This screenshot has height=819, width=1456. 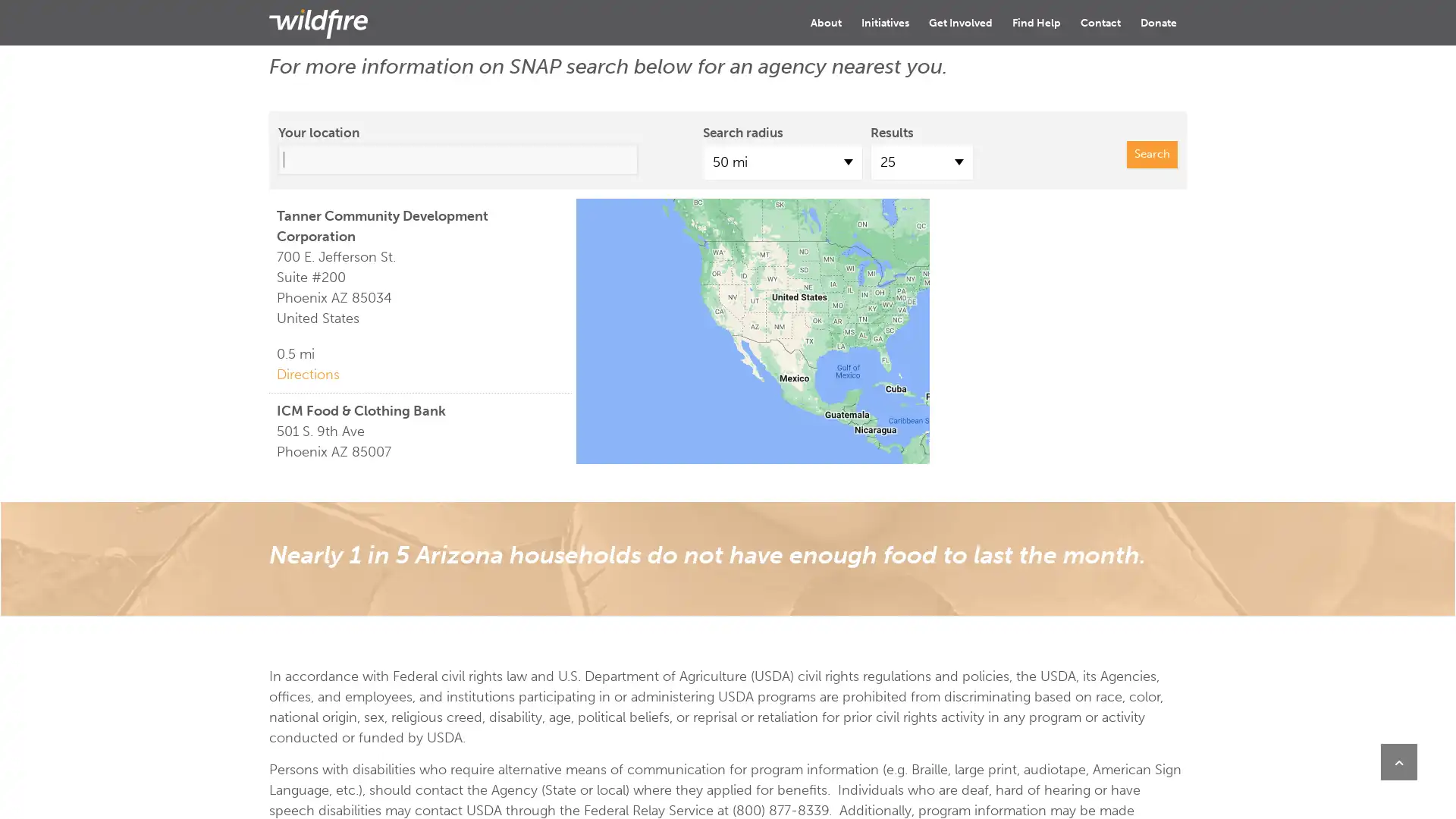 I want to click on Keogh HC- Moya Elementary School, so click(x=833, y=317).